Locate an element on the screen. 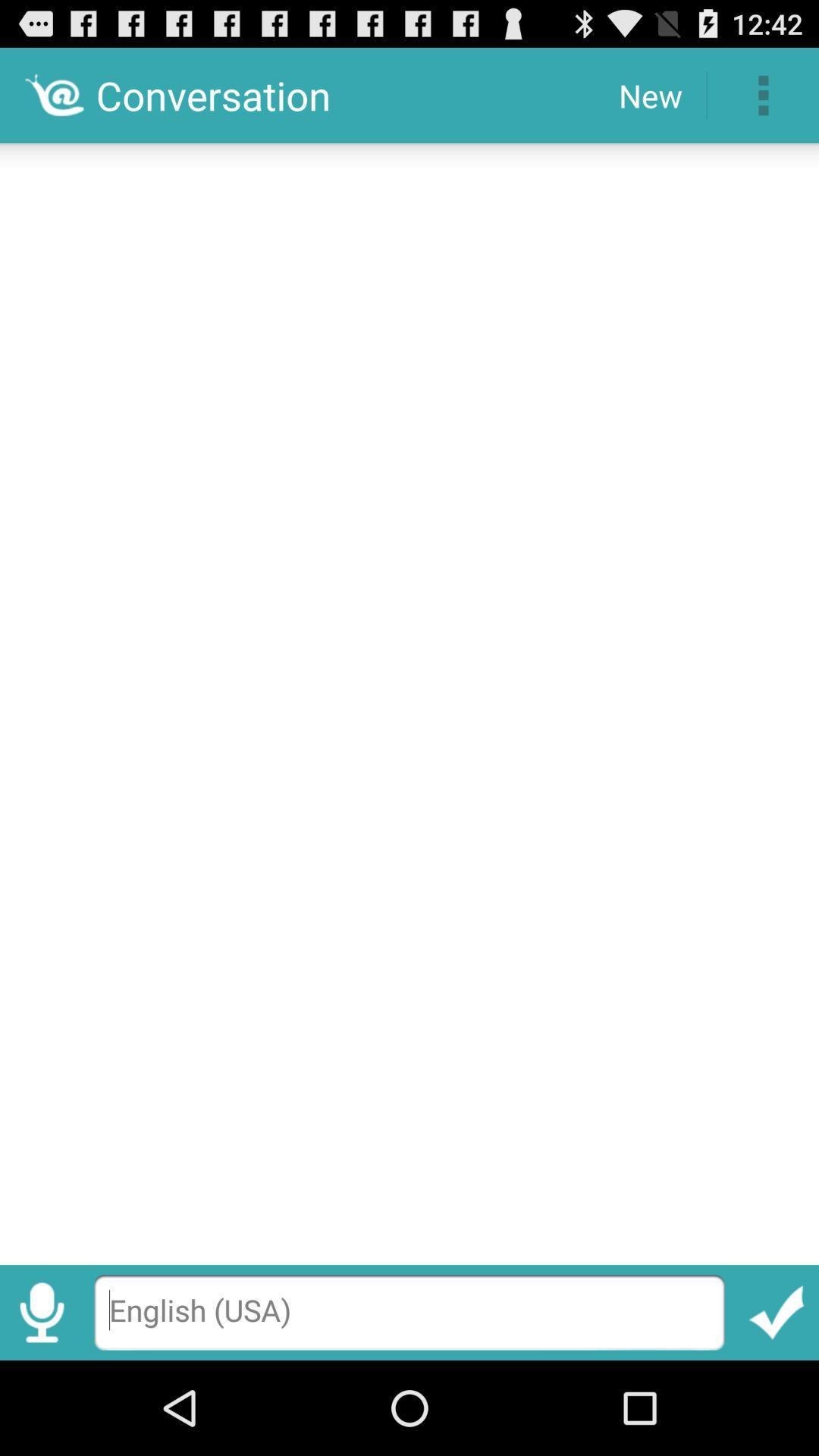 Image resolution: width=819 pixels, height=1456 pixels. icon to the right of new icon is located at coordinates (763, 94).